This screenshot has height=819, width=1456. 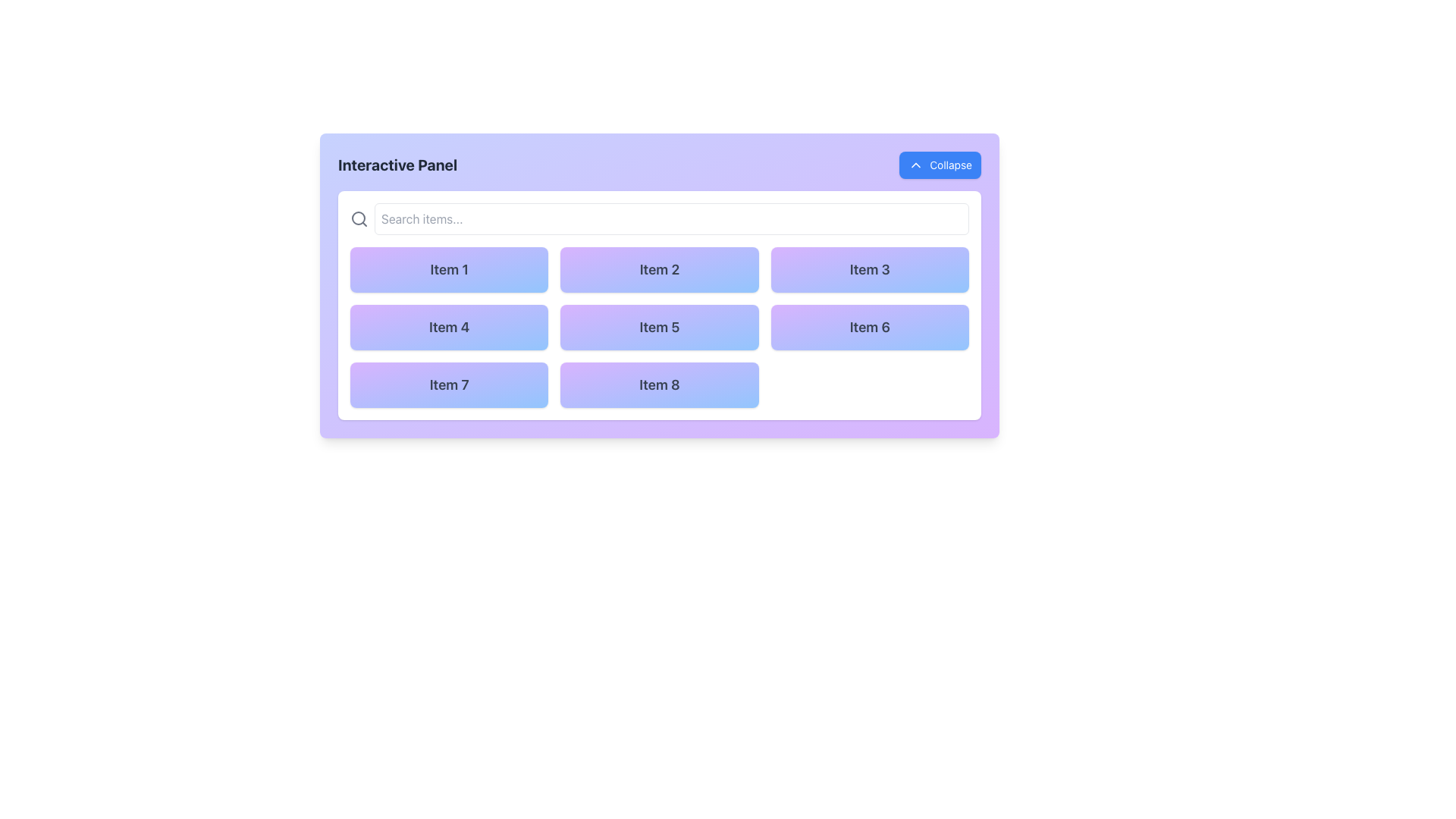 I want to click on the Display card element with a gradient background and centered text 'Item 7' located at the bottom-left corner of the grid, so click(x=448, y=384).